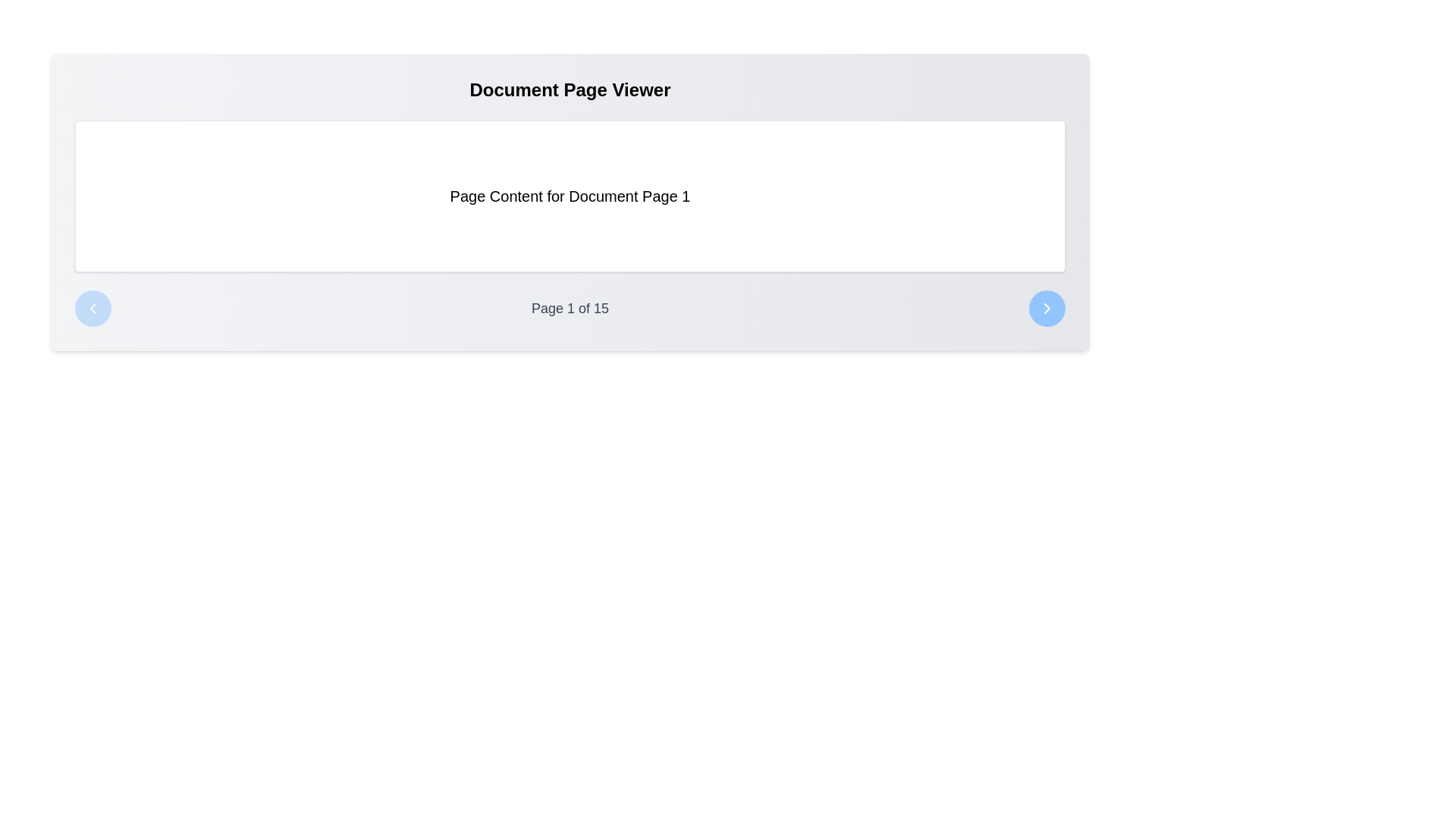  What do you see at coordinates (570, 195) in the screenshot?
I see `the text label indicating 'Document Page 1' to select the text` at bounding box center [570, 195].